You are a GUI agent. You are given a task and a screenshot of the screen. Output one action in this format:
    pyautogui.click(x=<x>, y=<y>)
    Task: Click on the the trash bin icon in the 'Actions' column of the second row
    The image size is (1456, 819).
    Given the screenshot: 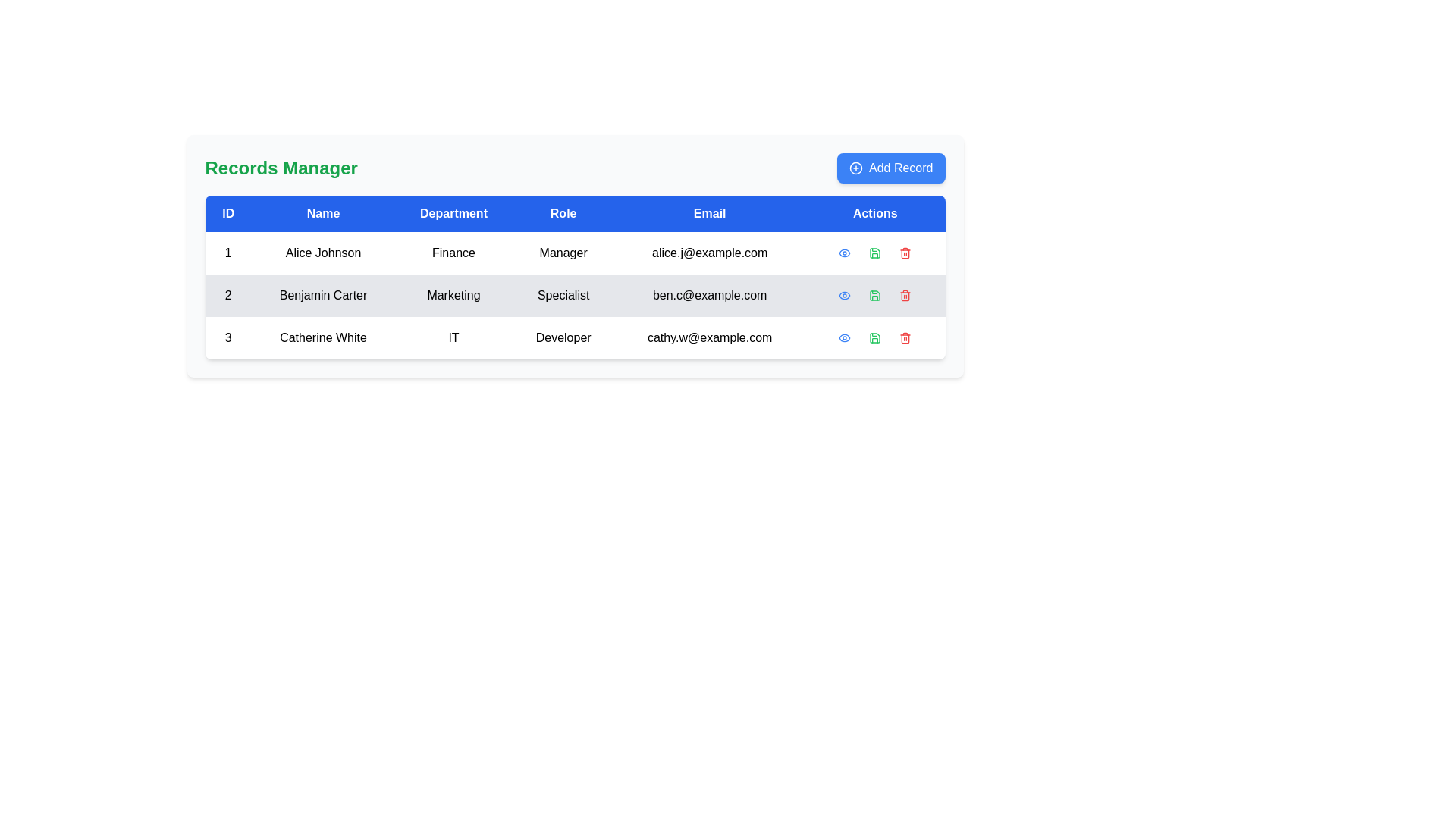 What is the action you would take?
    pyautogui.click(x=905, y=295)
    